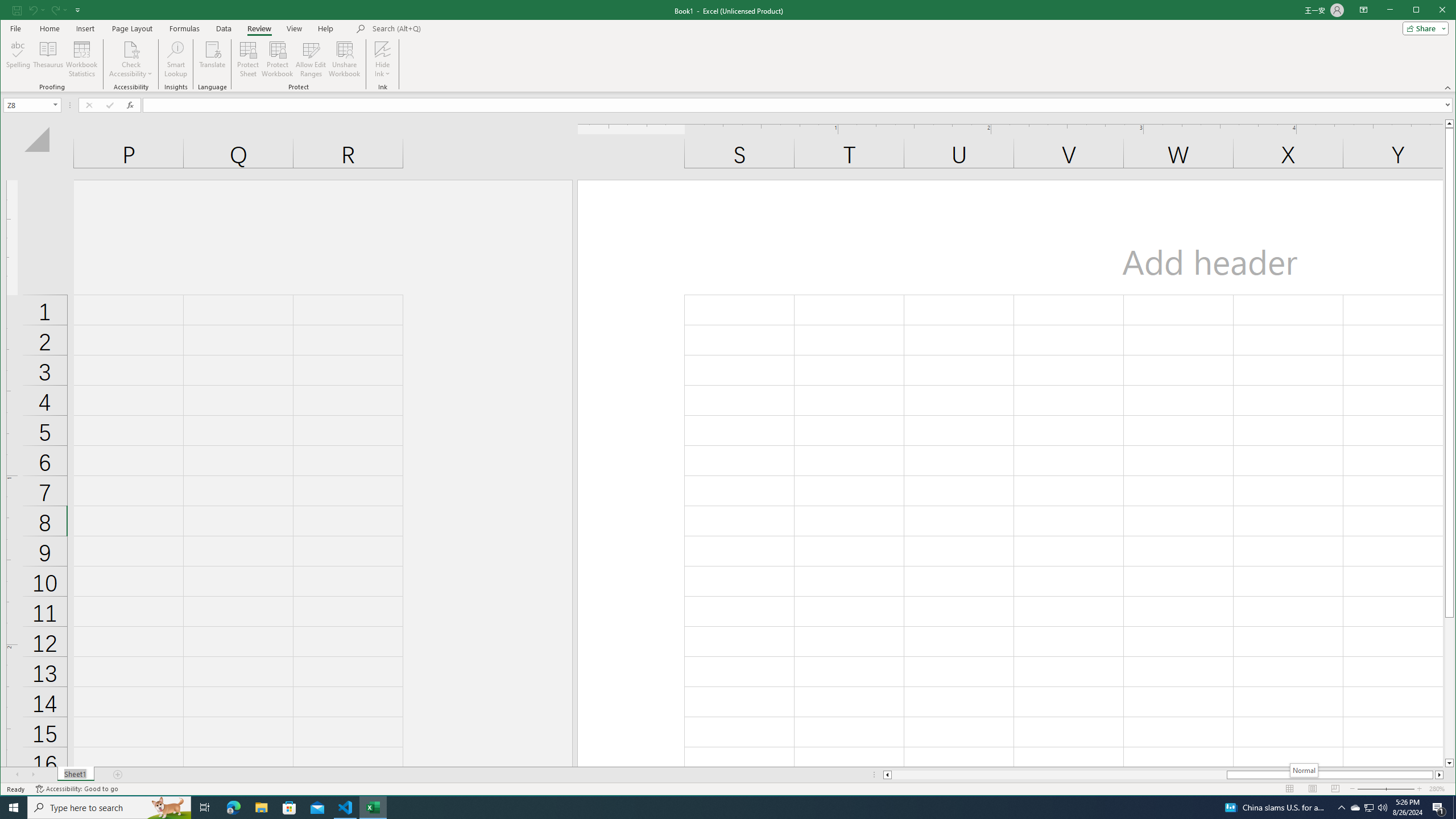 The image size is (1456, 819). I want to click on 'Search highlights icon opens search home window', so click(167, 806).